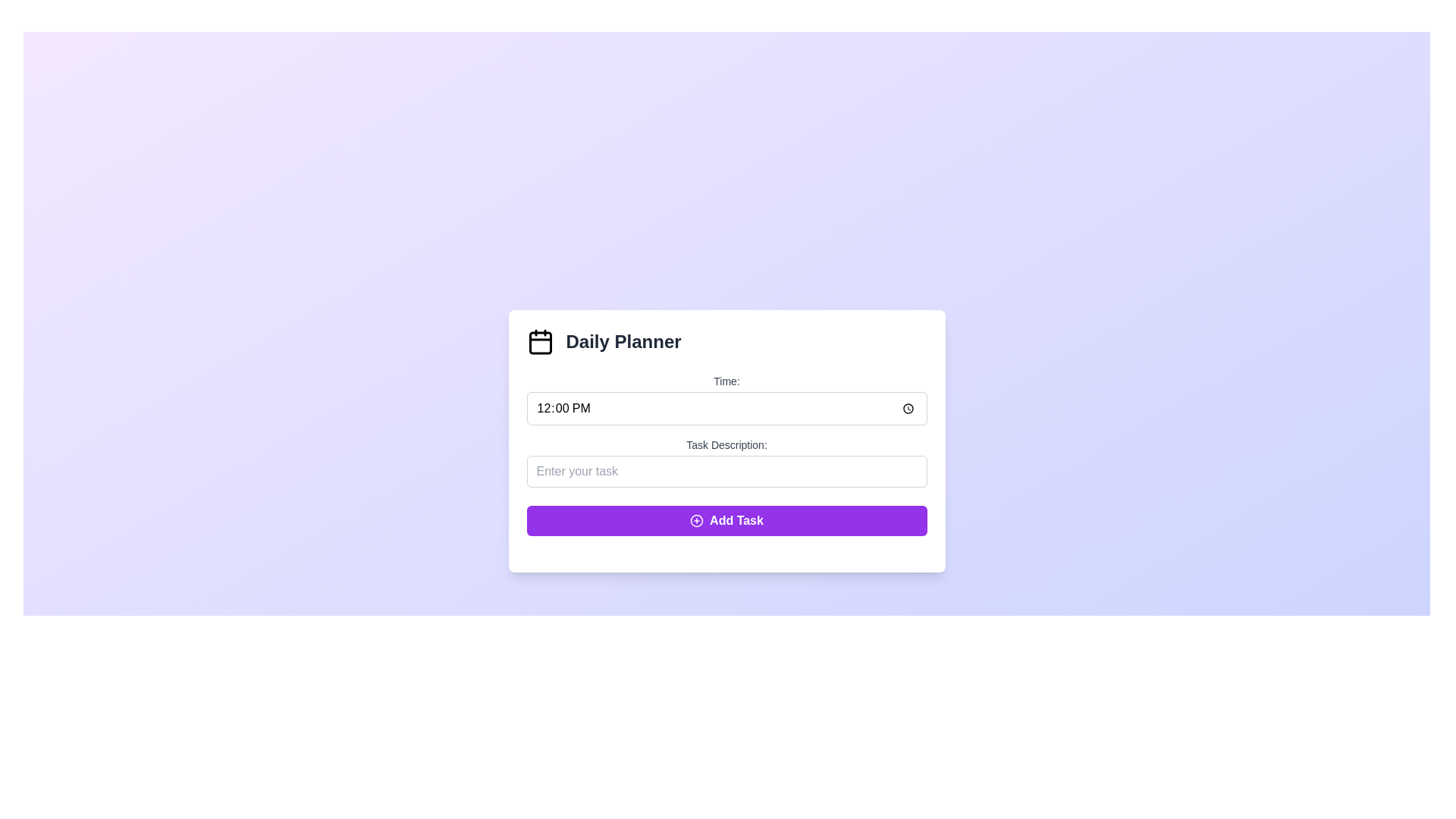  Describe the element at coordinates (540, 342) in the screenshot. I see `the calendar icon located in the header of the 'Daily Planner' section, which is positioned to the left of the text 'Daily Planner'` at that location.